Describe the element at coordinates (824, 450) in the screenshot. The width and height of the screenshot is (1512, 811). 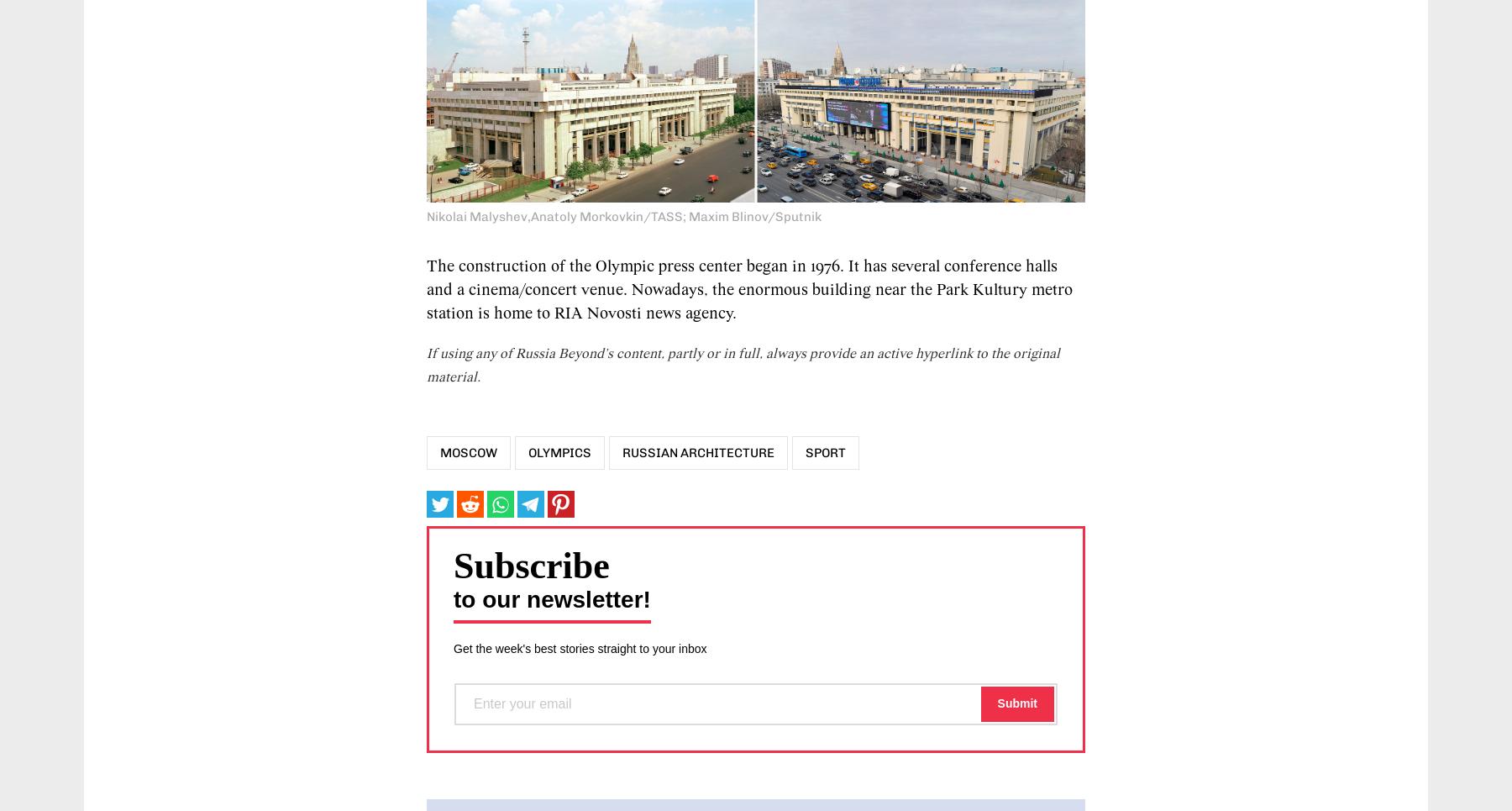
I see `'Sport'` at that location.